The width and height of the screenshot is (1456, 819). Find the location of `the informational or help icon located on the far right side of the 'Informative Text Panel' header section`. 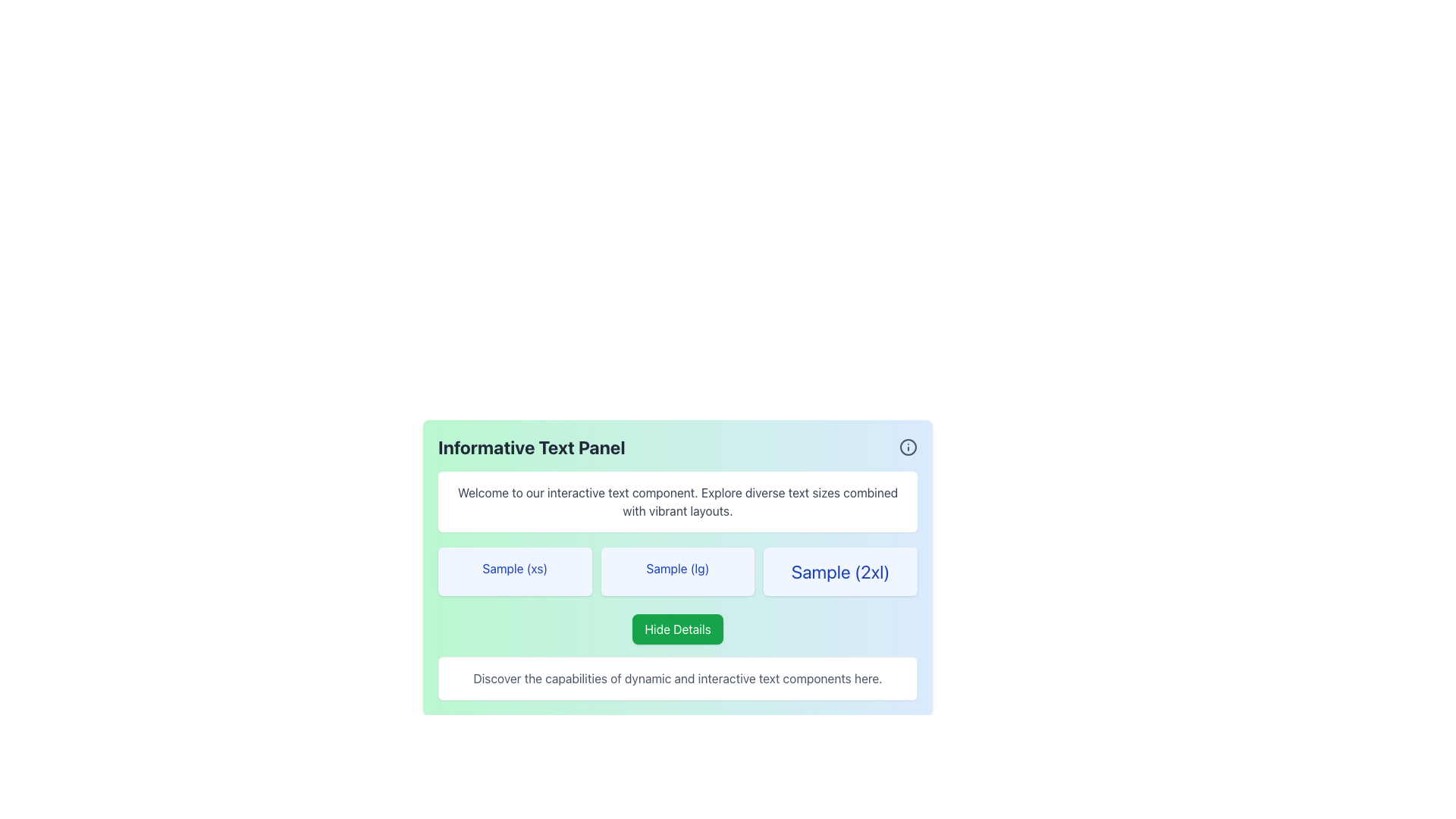

the informational or help icon located on the far right side of the 'Informative Text Panel' header section is located at coordinates (908, 447).